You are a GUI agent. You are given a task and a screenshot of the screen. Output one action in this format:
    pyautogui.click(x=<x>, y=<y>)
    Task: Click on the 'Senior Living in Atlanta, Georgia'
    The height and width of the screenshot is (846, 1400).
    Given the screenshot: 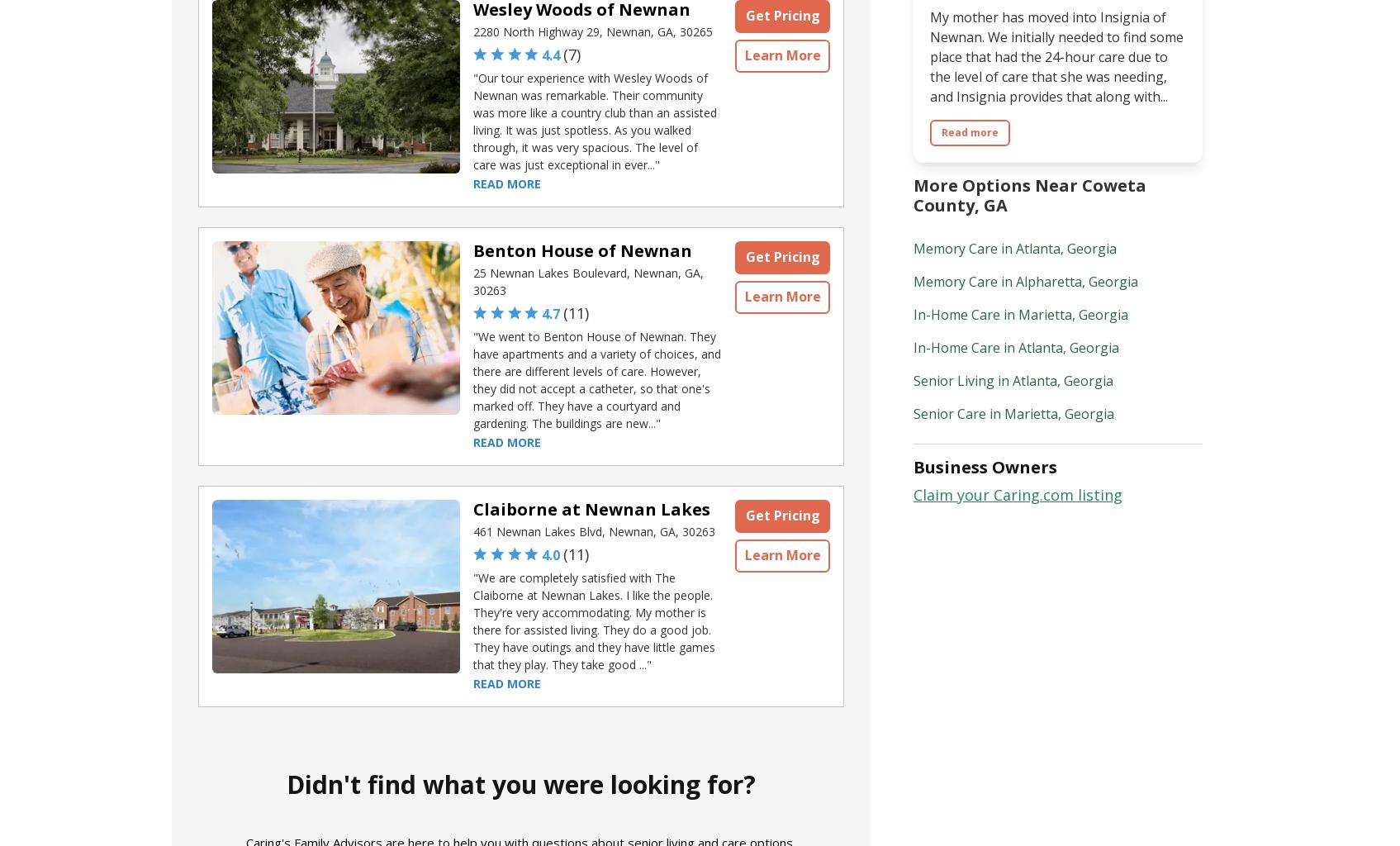 What is the action you would take?
    pyautogui.click(x=1013, y=379)
    